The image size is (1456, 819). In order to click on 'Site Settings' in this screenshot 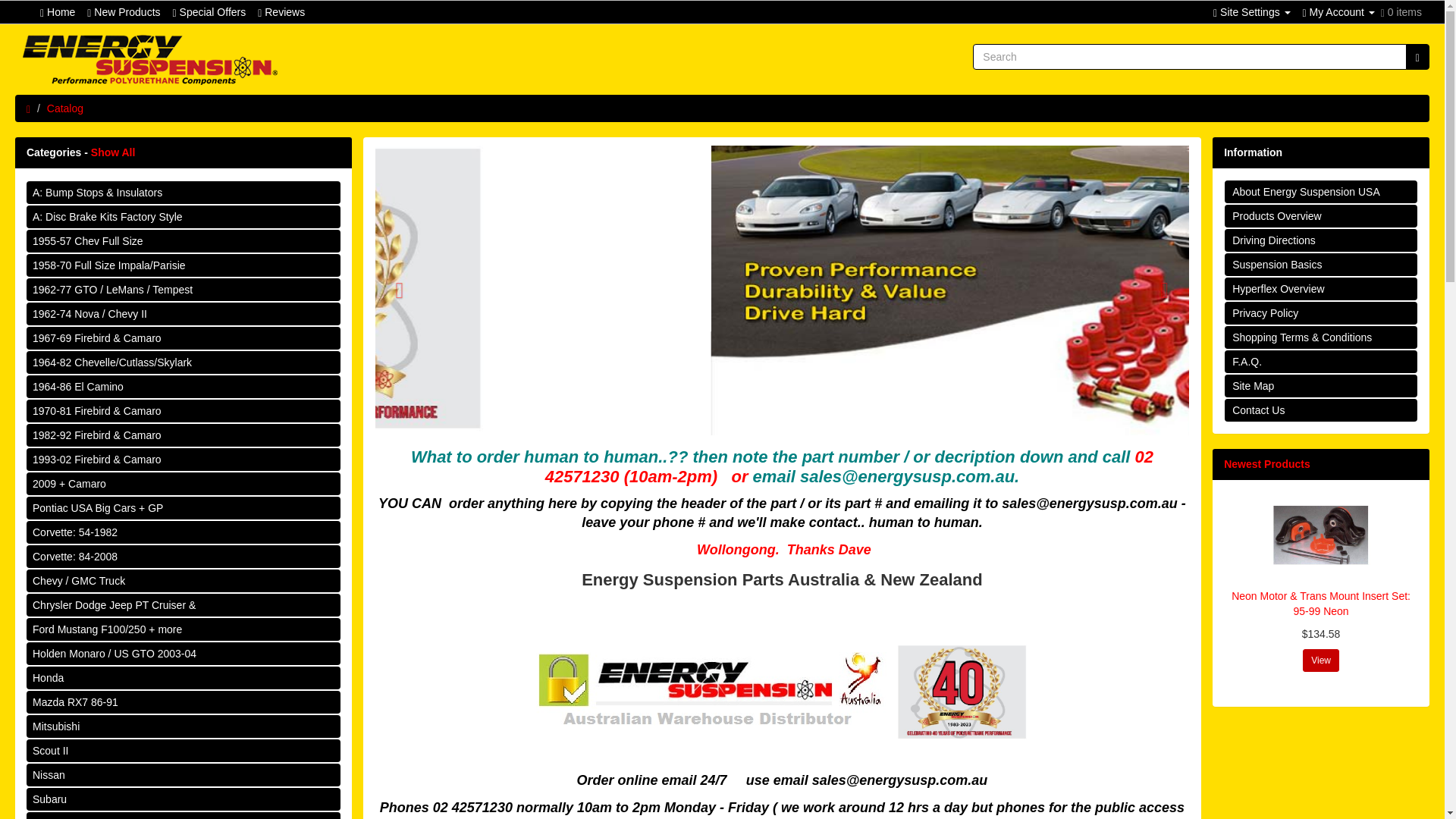, I will do `click(1252, 11)`.